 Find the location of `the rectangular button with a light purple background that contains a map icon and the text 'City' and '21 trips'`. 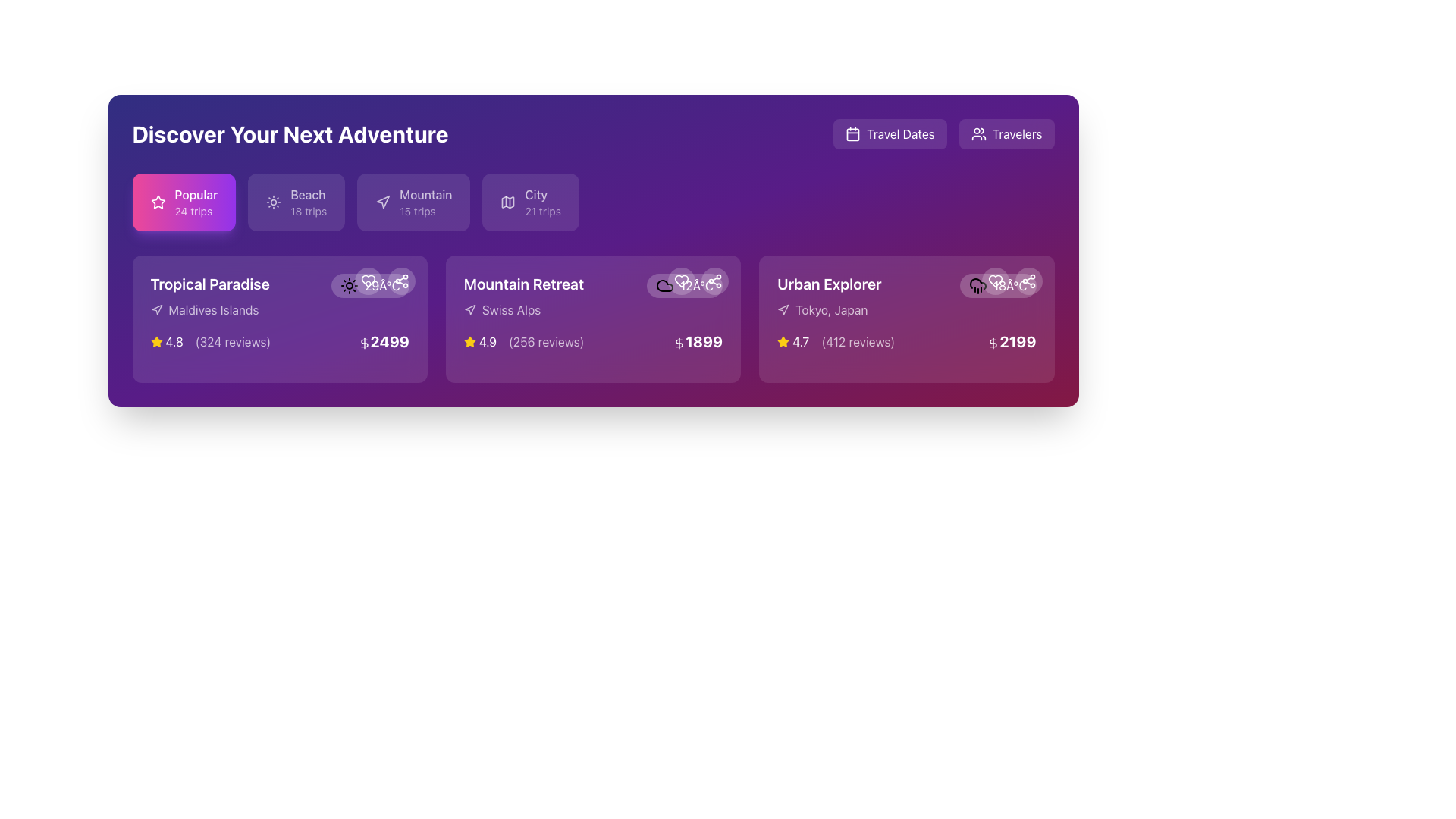

the rectangular button with a light purple background that contains a map icon and the text 'City' and '21 trips' is located at coordinates (531, 201).